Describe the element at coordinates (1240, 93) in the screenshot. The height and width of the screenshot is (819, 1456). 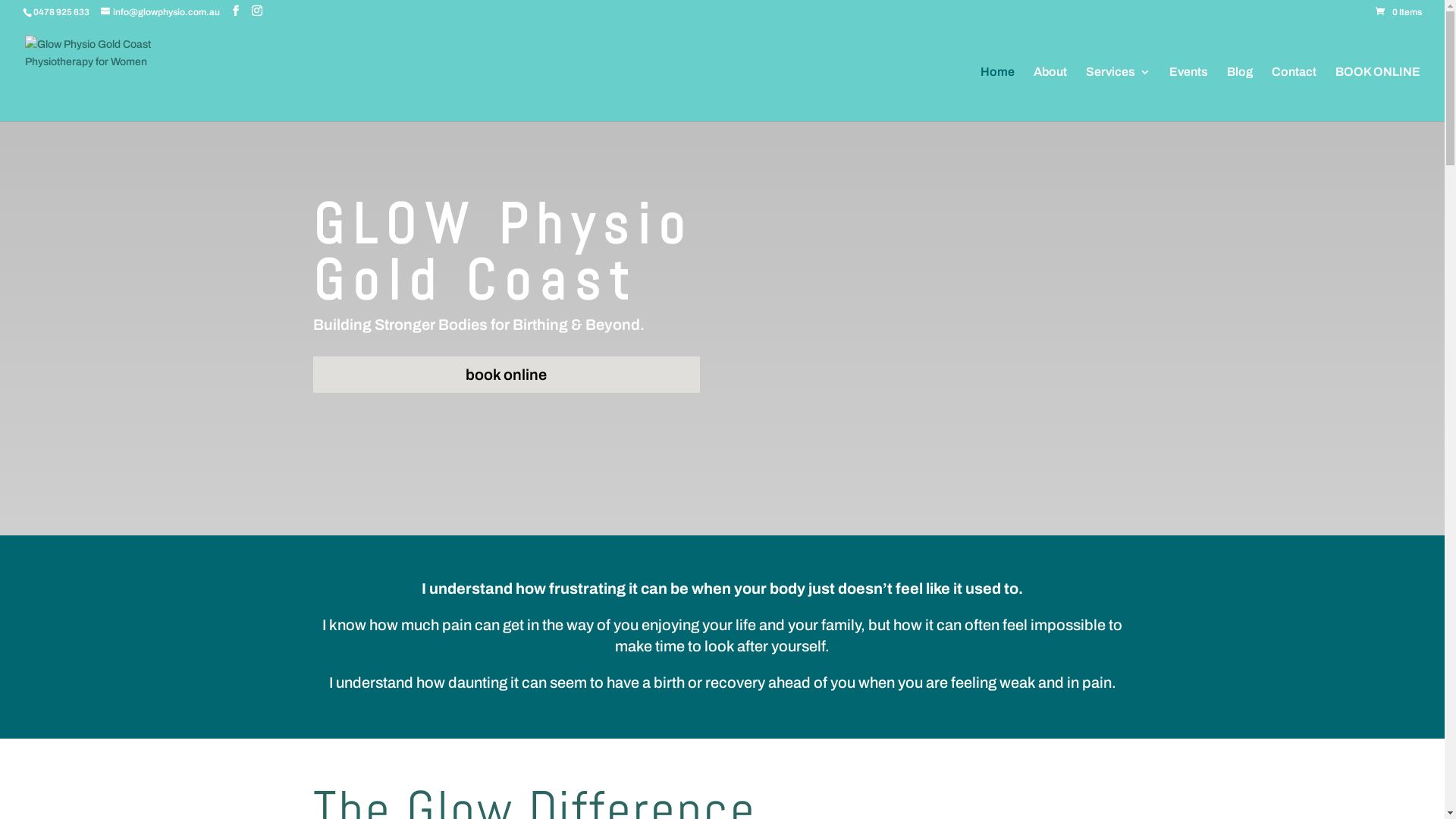
I see `'Blog'` at that location.